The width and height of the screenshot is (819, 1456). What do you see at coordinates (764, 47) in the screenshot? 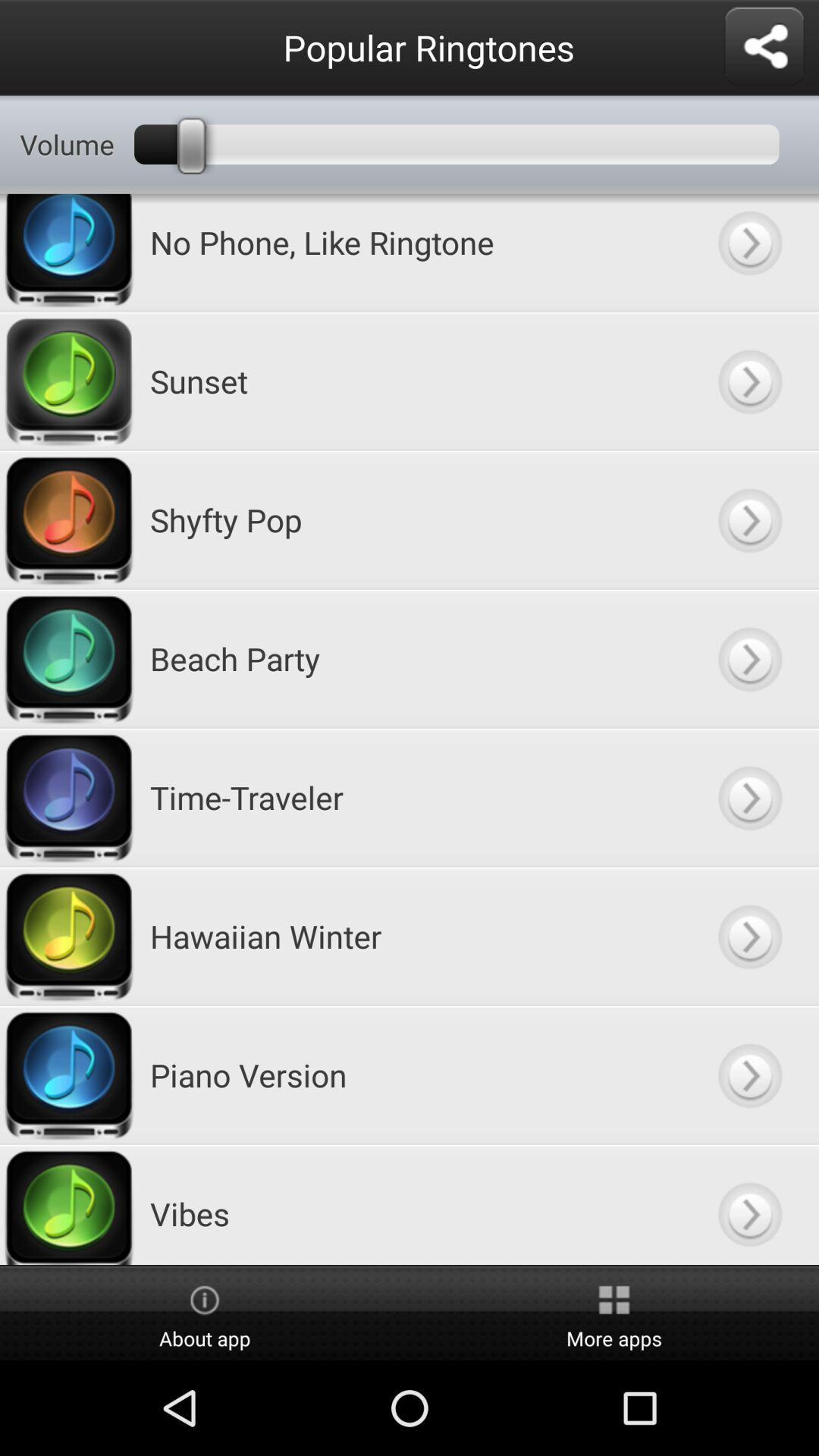
I see `share the app` at bounding box center [764, 47].